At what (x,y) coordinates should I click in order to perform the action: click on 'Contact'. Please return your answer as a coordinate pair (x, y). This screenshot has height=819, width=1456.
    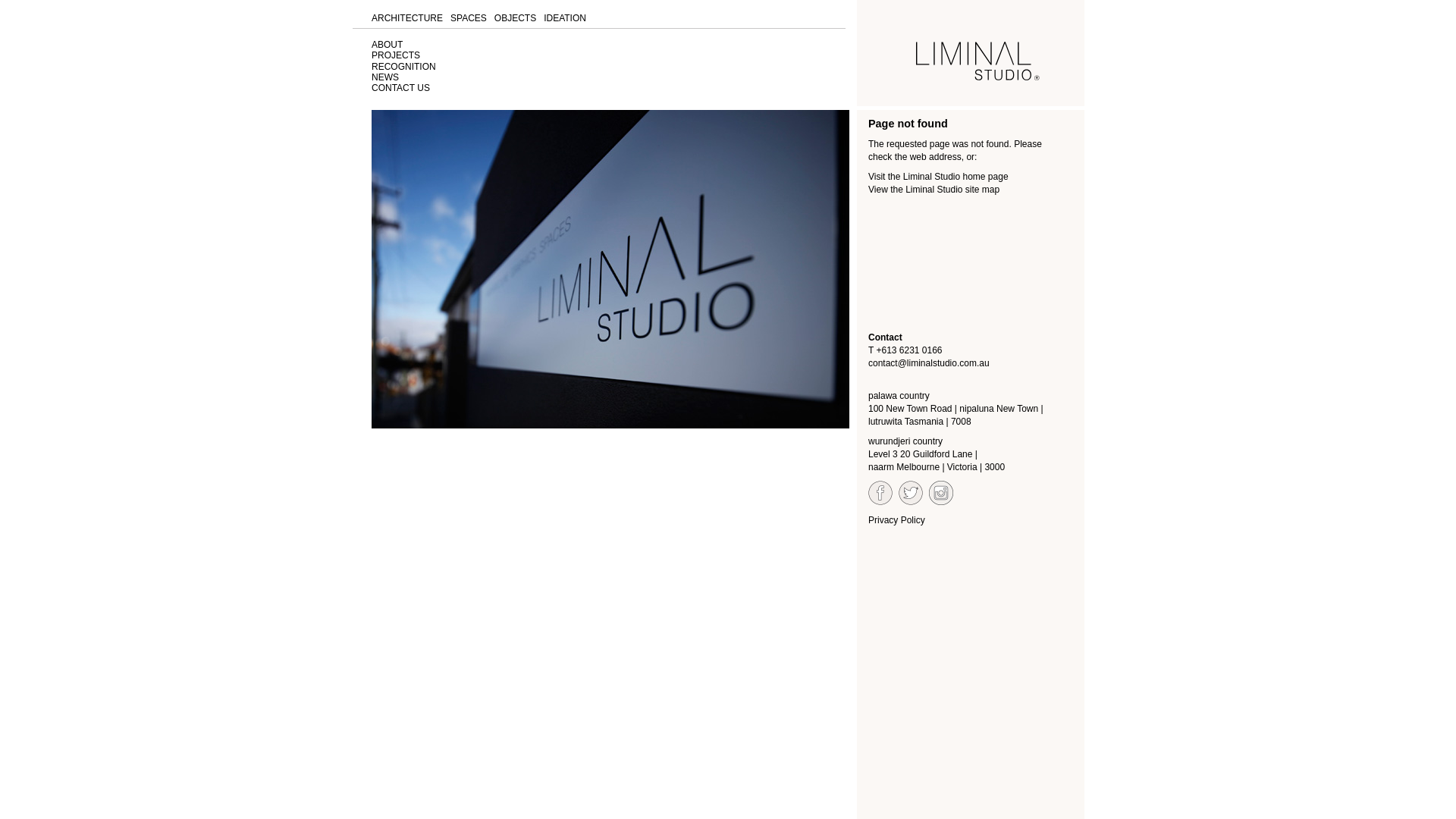
    Looking at the image, I should click on (885, 336).